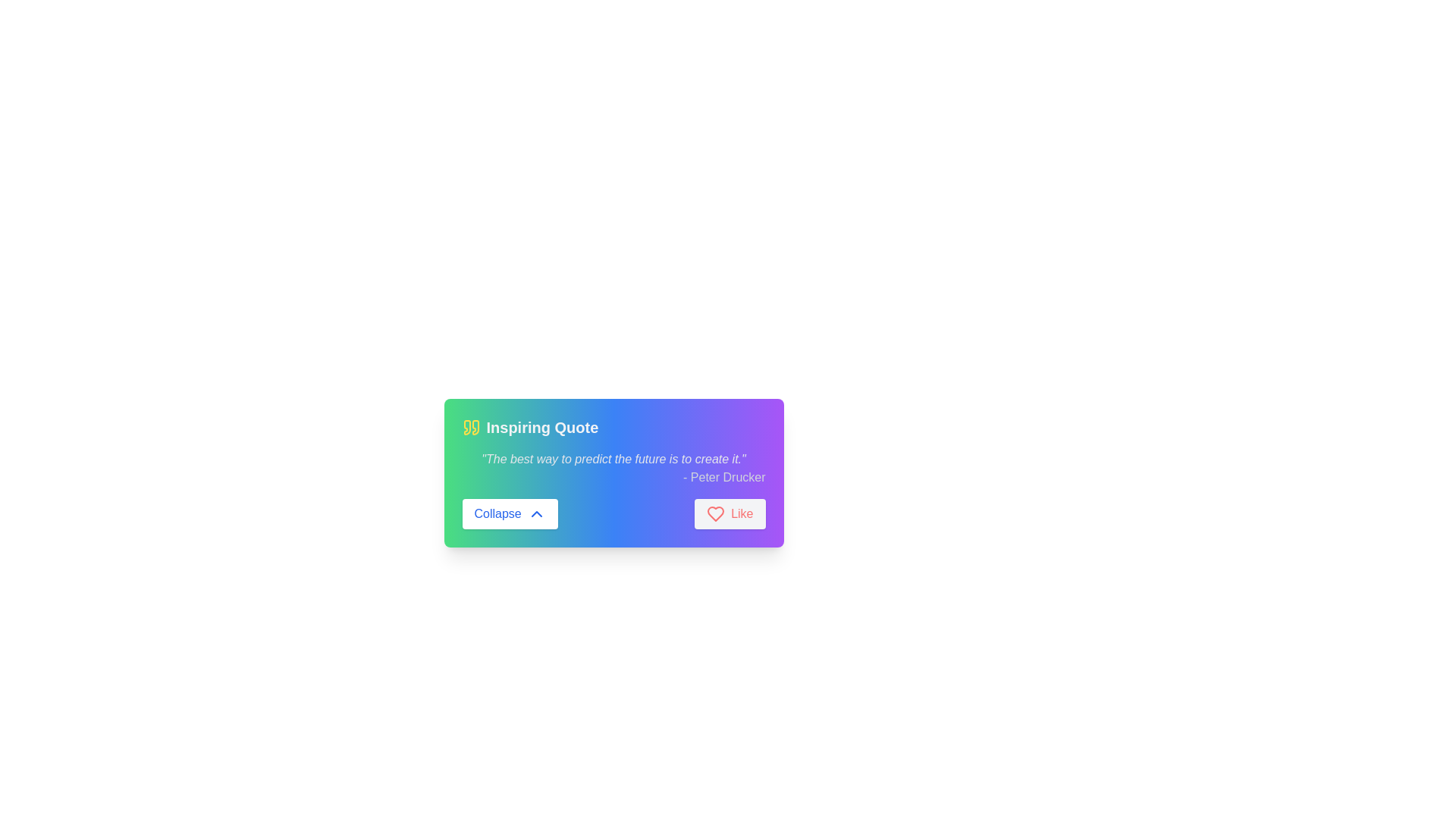 The height and width of the screenshot is (819, 1456). What do you see at coordinates (470, 427) in the screenshot?
I see `the bright yellow quotation marks icon, which is positioned to the far left of the text 'Inspiring Quote' and slightly above the center vertically` at bounding box center [470, 427].